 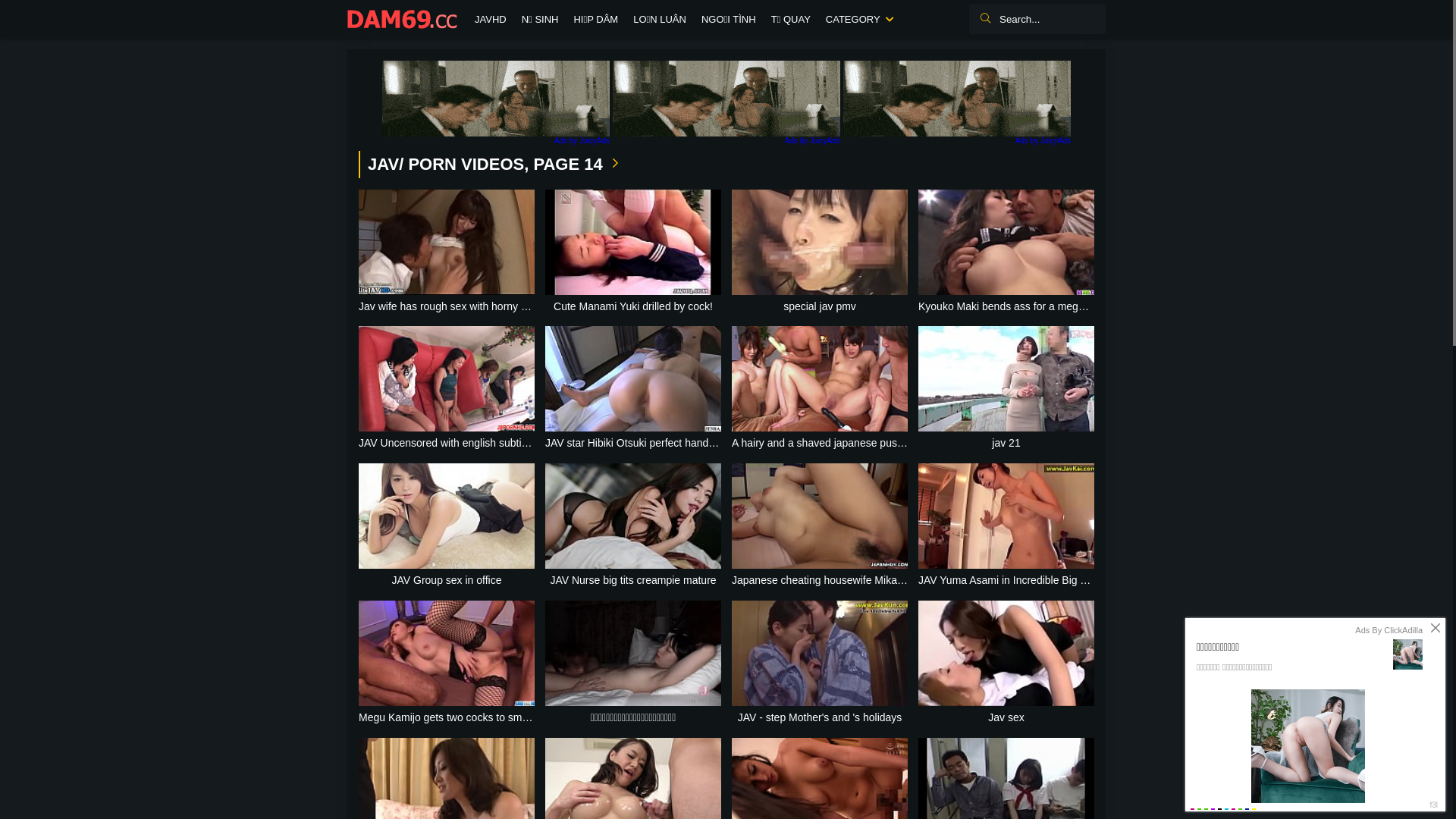 What do you see at coordinates (466, 20) in the screenshot?
I see `'JAVHD'` at bounding box center [466, 20].